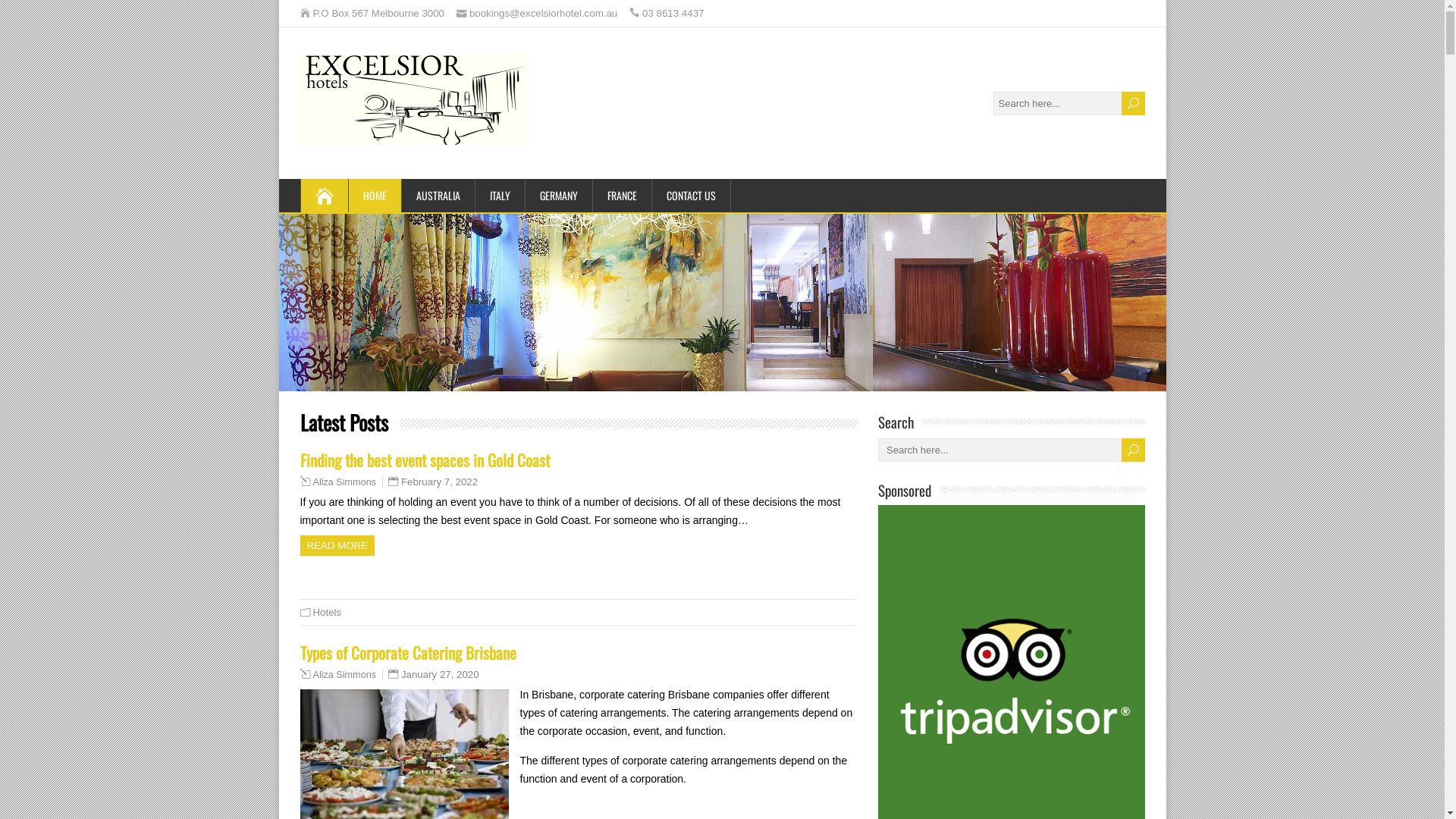 The image size is (1456, 819). I want to click on 'AUSTRALIA', so click(438, 195).